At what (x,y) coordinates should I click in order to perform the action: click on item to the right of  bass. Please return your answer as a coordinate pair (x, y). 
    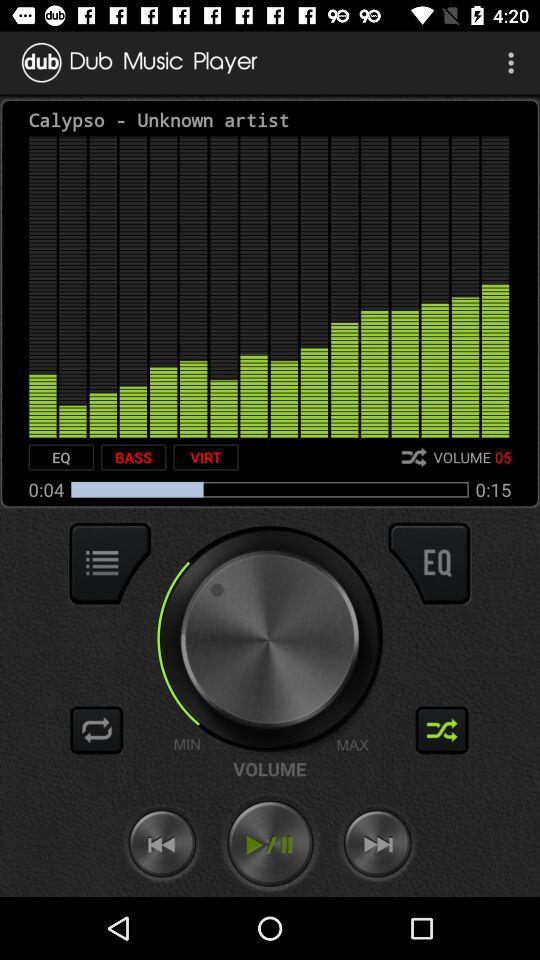
    Looking at the image, I should click on (205, 457).